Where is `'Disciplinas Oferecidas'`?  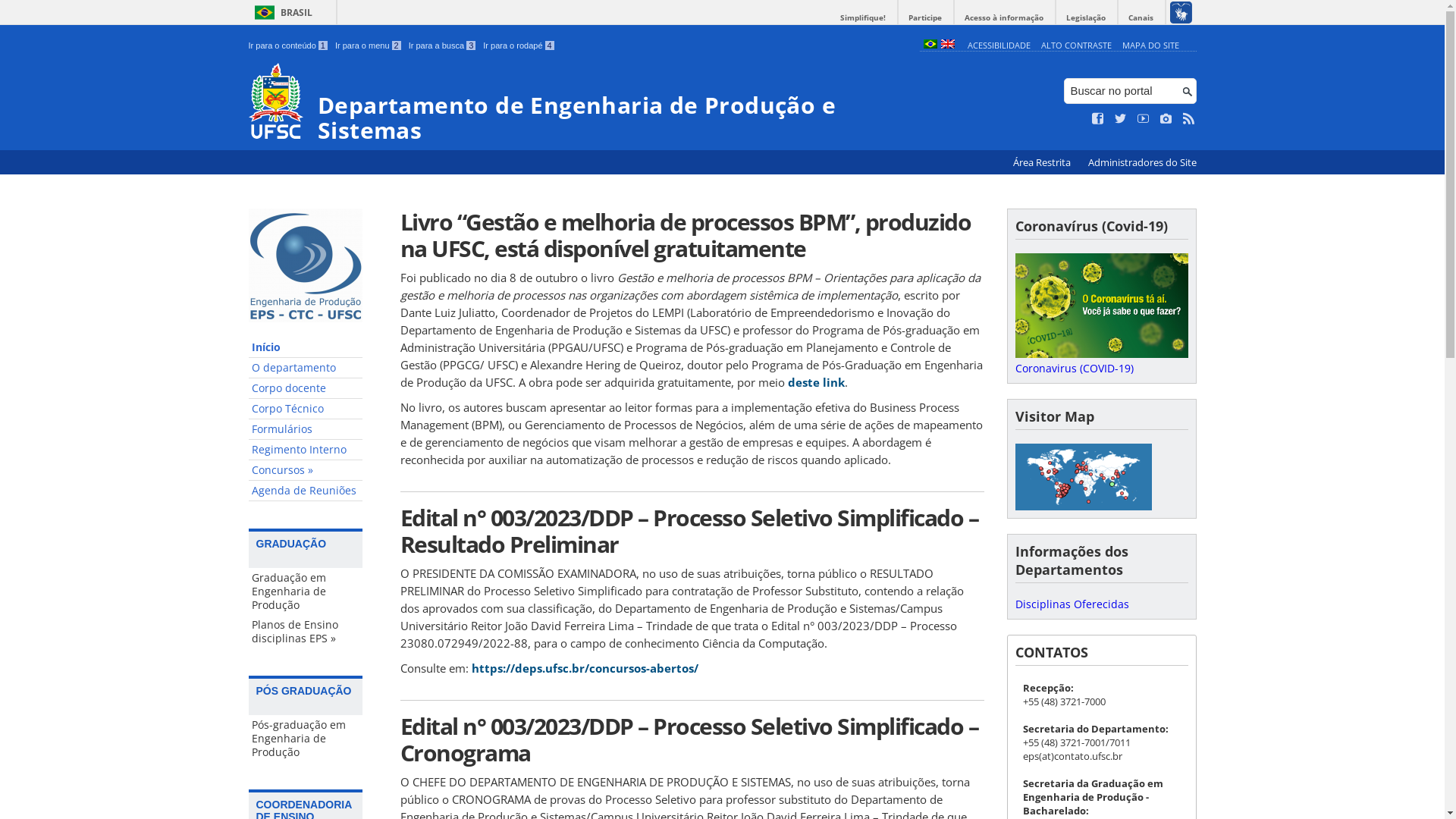
'Disciplinas Oferecidas' is located at coordinates (1070, 603).